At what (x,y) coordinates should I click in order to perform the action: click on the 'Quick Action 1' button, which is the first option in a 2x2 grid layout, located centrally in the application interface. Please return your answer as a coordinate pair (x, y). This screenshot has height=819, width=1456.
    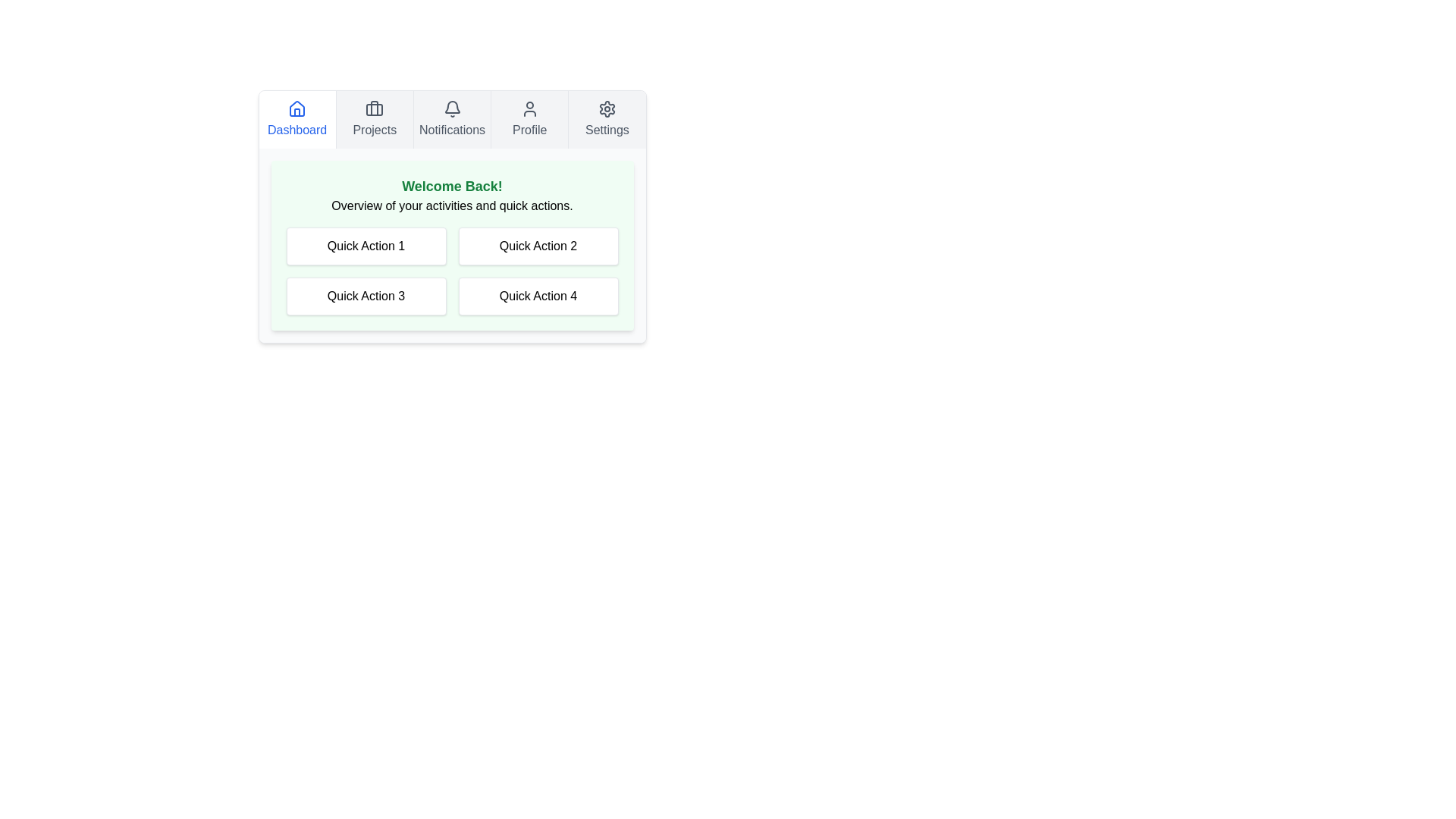
    Looking at the image, I should click on (366, 245).